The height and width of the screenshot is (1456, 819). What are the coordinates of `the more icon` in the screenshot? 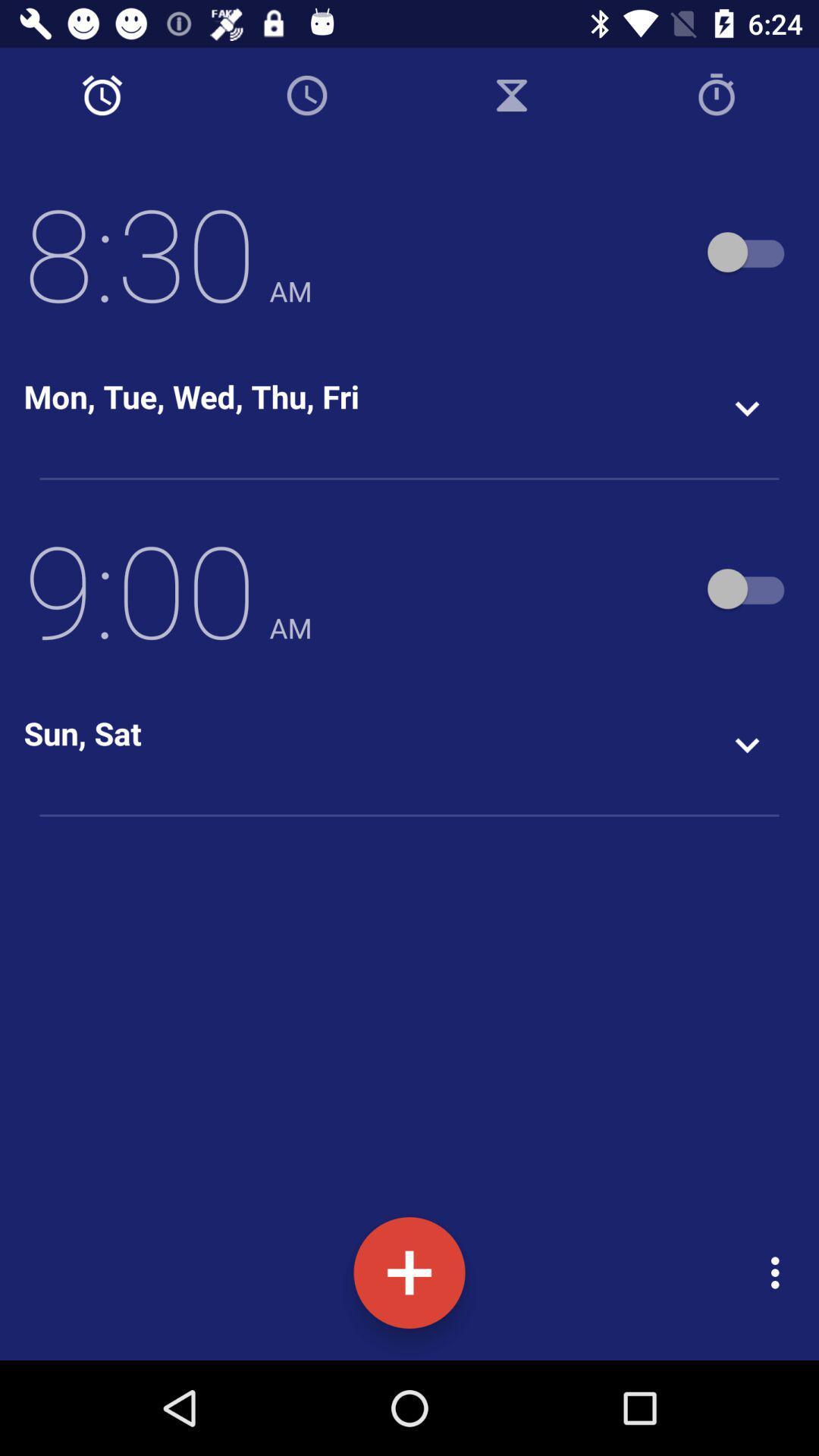 It's located at (779, 1272).